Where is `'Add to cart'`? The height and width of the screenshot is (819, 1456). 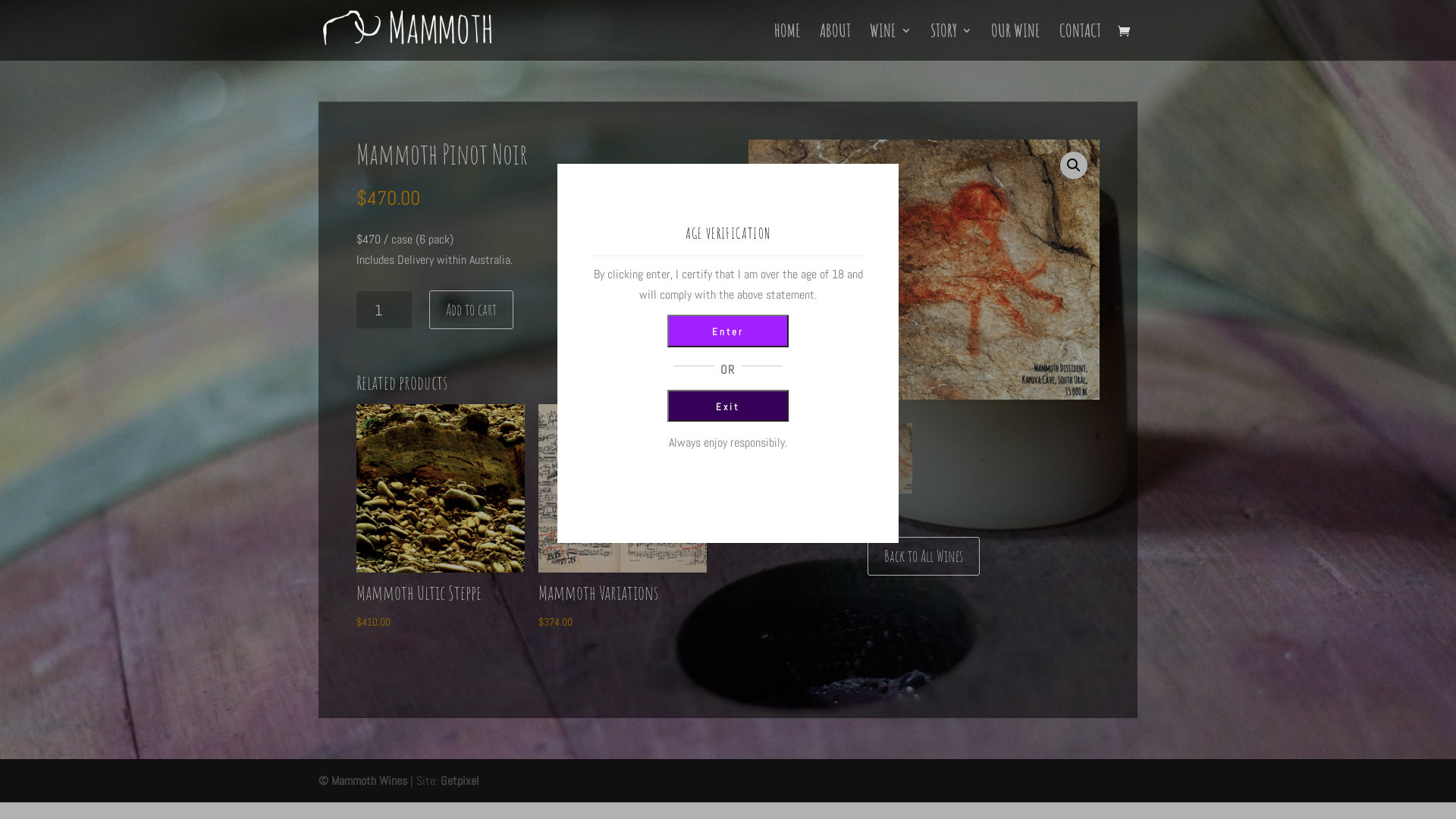
'Add to cart' is located at coordinates (470, 309).